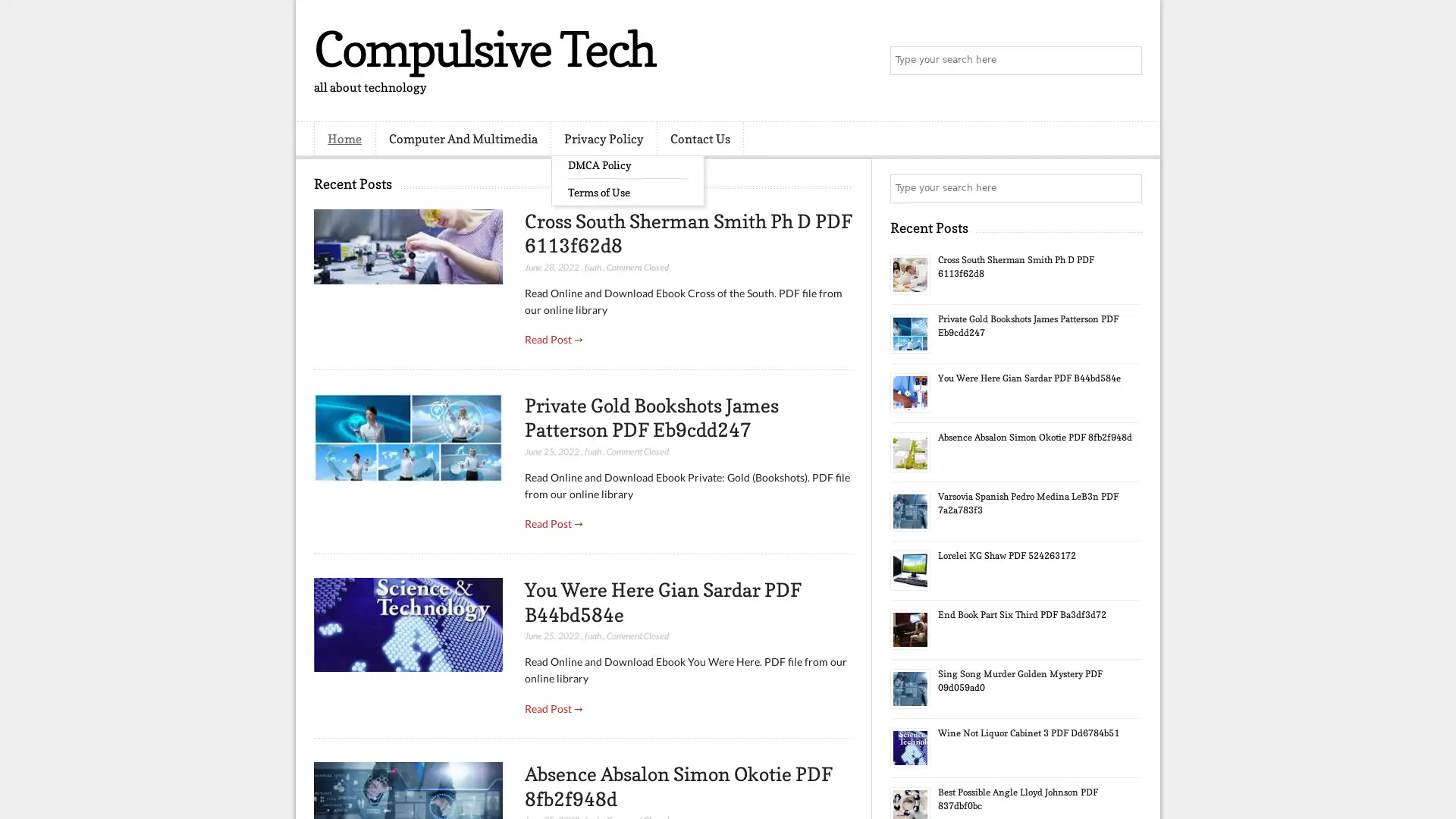 This screenshot has height=819, width=1456. I want to click on Search, so click(1126, 61).